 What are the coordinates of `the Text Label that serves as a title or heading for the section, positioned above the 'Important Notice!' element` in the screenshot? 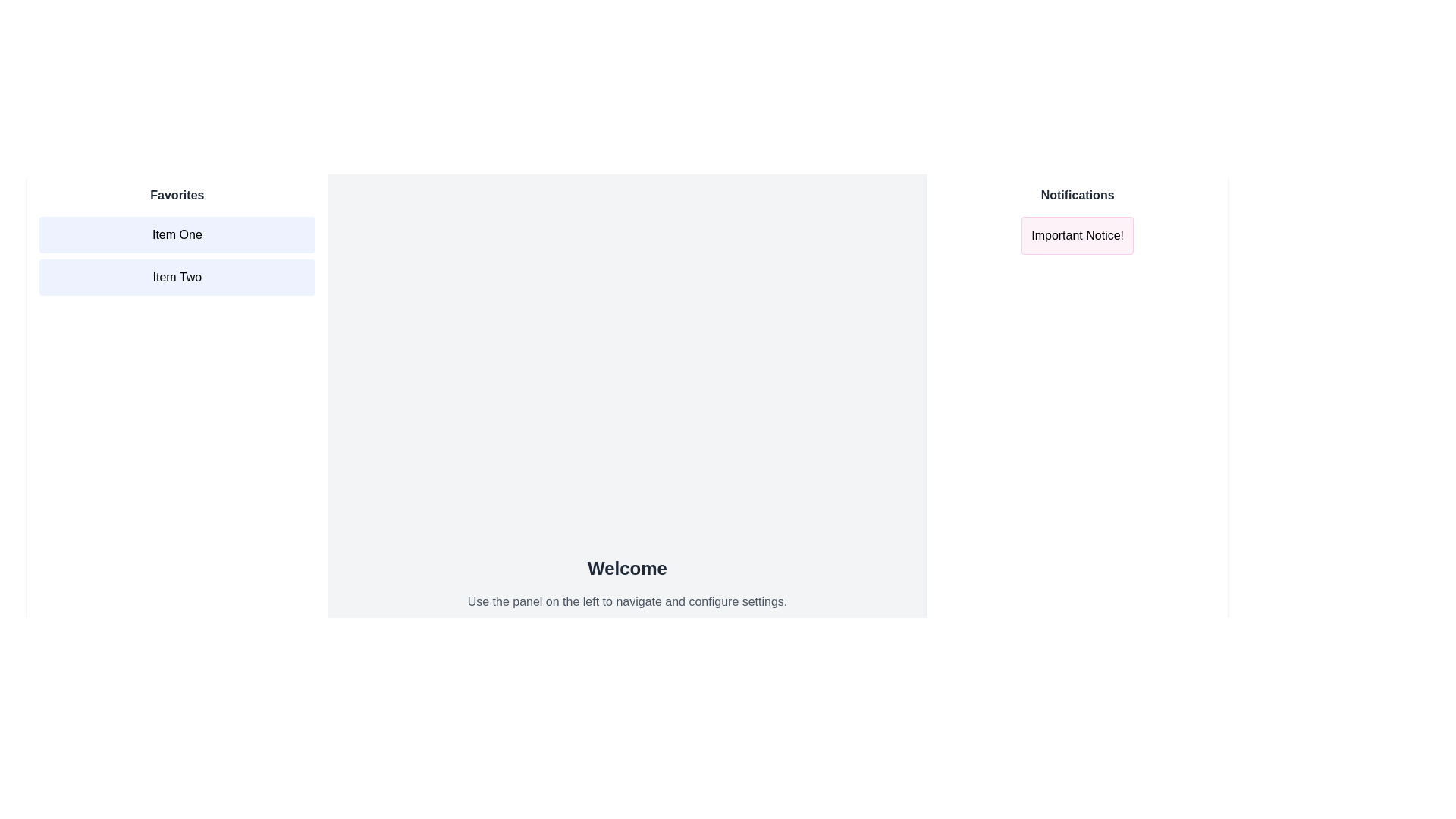 It's located at (1077, 195).